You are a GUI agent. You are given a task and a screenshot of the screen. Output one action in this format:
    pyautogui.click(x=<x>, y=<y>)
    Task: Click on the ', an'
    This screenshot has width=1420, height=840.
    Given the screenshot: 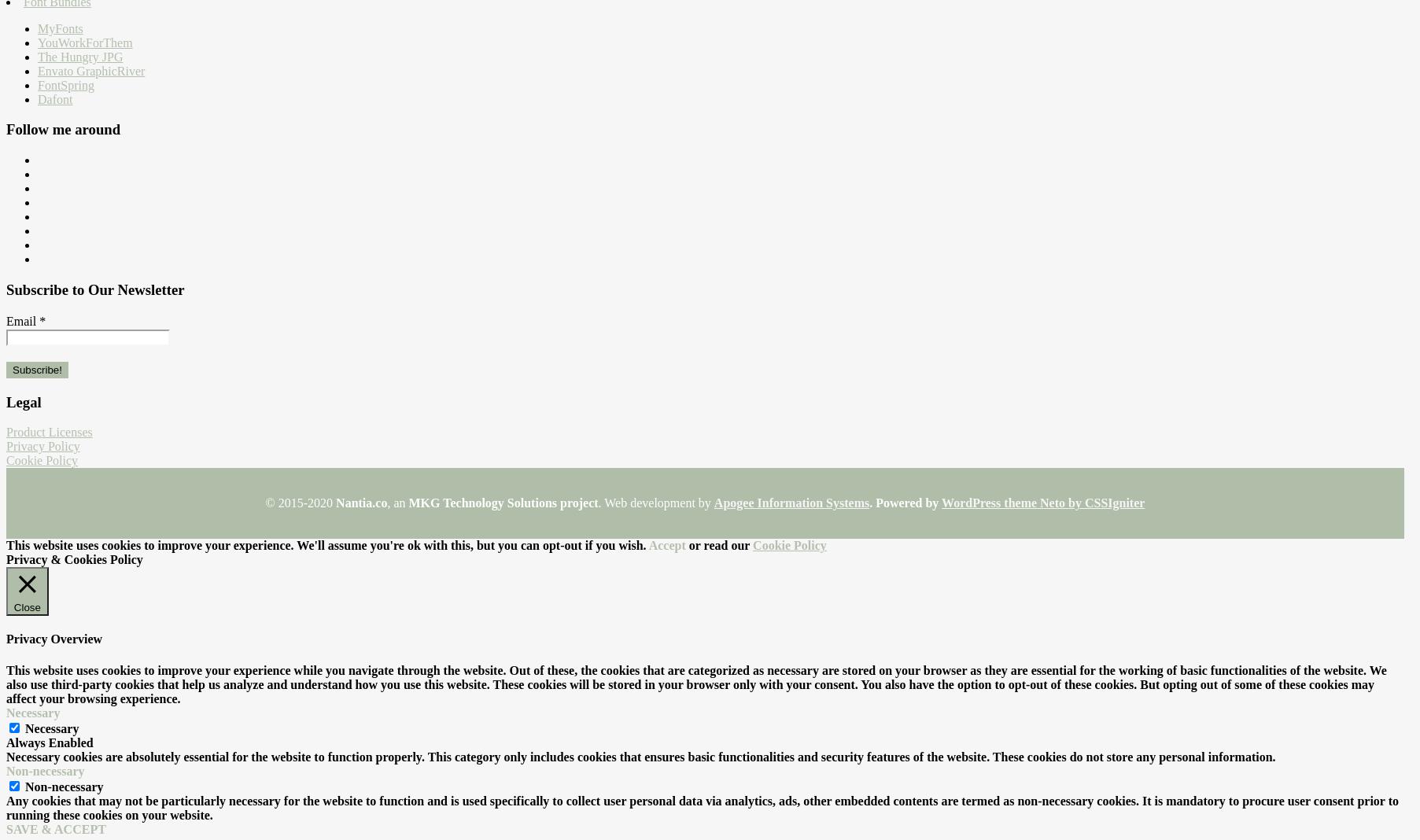 What is the action you would take?
    pyautogui.click(x=397, y=502)
    